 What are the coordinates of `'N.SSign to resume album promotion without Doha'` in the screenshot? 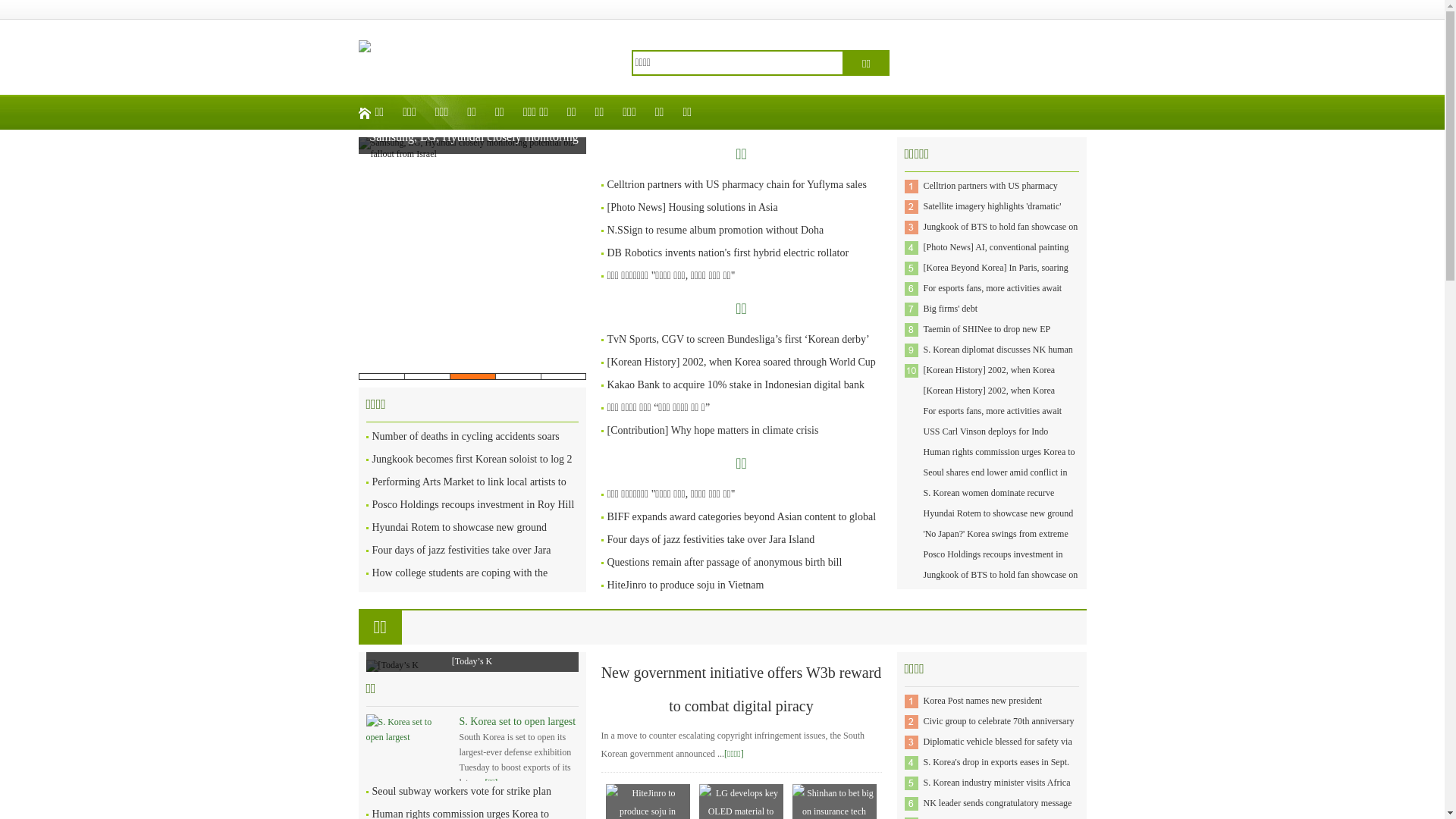 It's located at (714, 230).